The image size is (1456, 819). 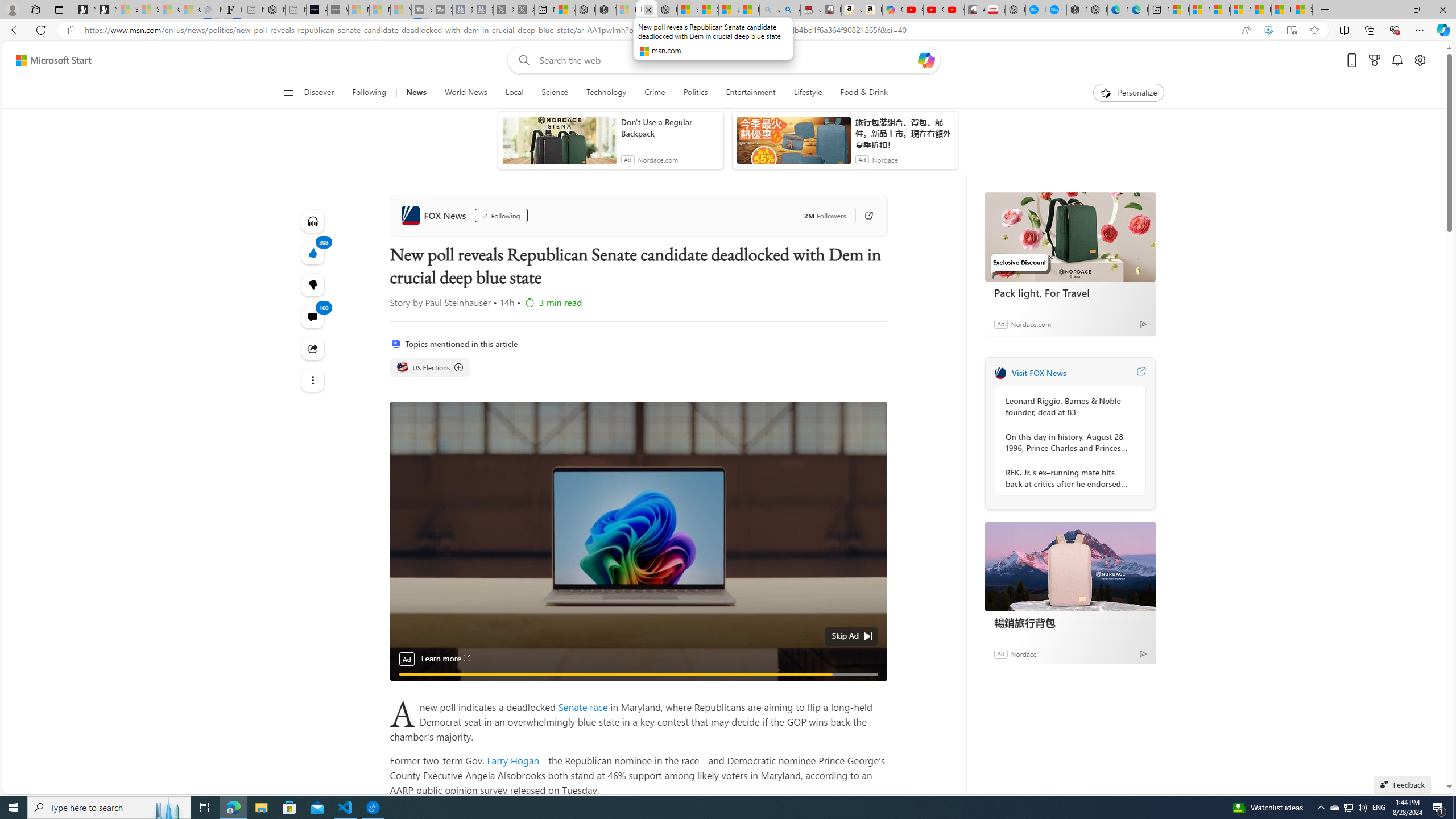 What do you see at coordinates (401, 367) in the screenshot?
I see `'US Elections'` at bounding box center [401, 367].